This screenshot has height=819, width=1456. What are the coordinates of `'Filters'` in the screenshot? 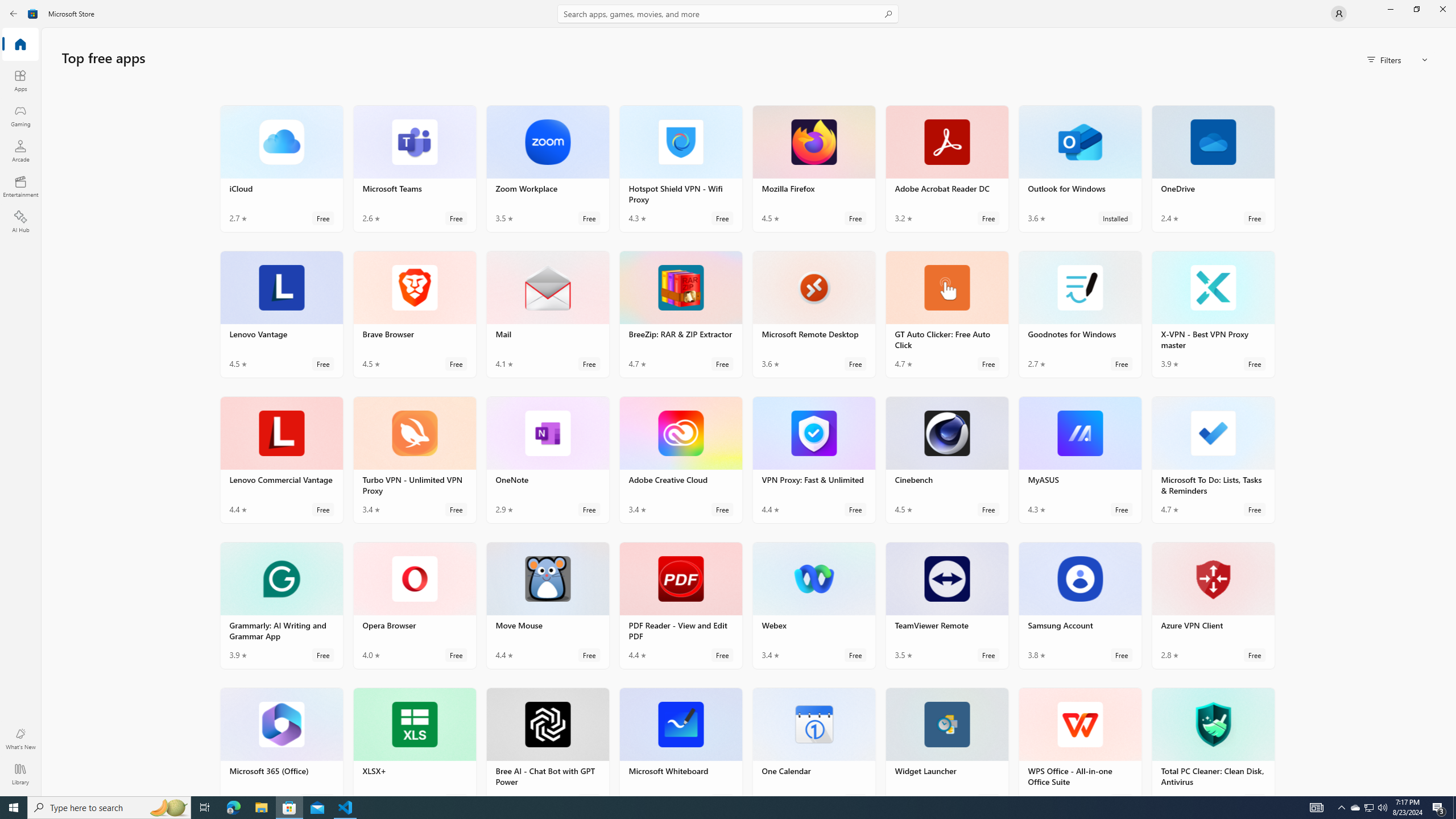 It's located at (1397, 59).